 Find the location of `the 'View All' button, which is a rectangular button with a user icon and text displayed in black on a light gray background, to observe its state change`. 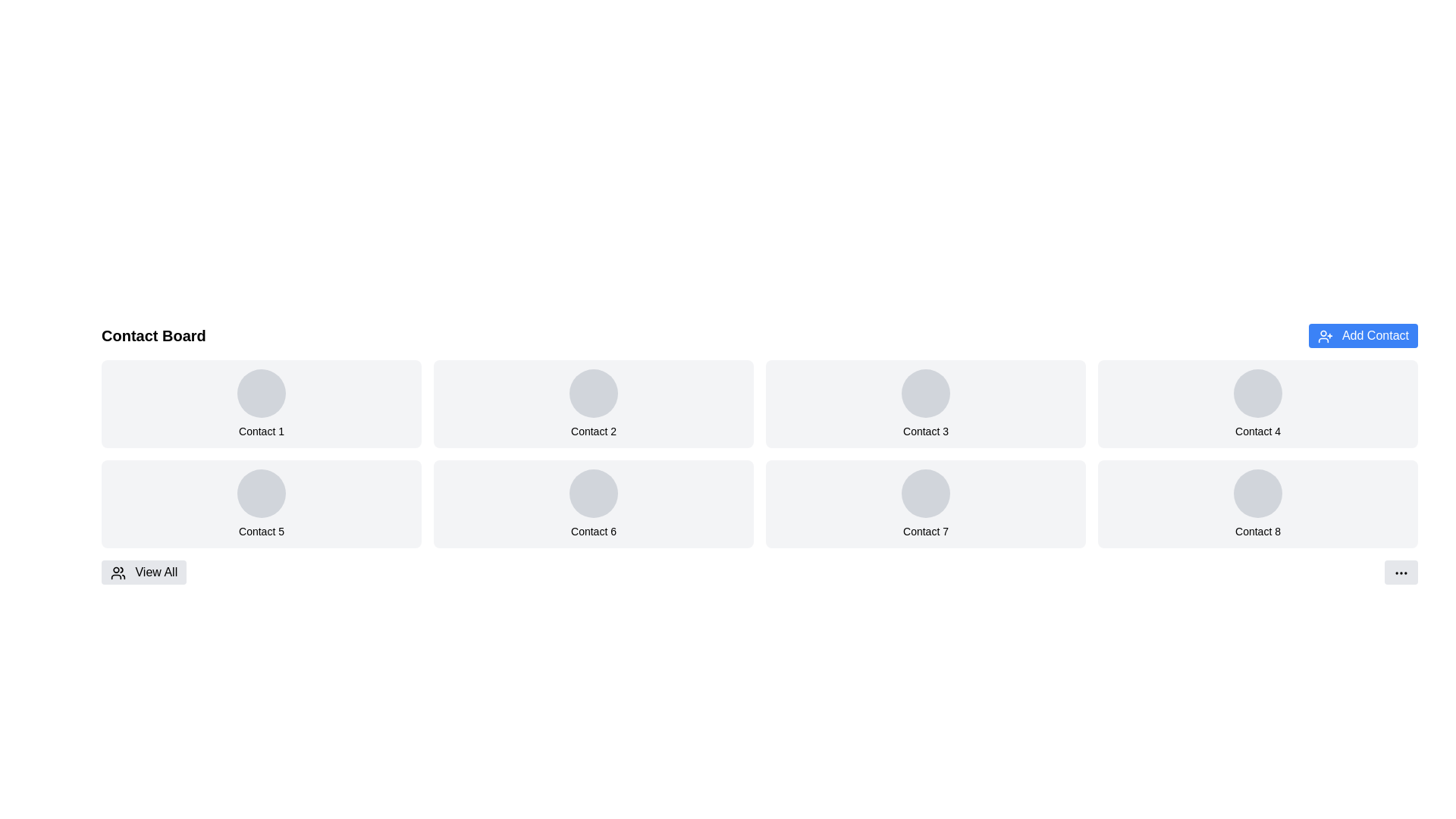

the 'View All' button, which is a rectangular button with a user icon and text displayed in black on a light gray background, to observe its state change is located at coordinates (144, 573).